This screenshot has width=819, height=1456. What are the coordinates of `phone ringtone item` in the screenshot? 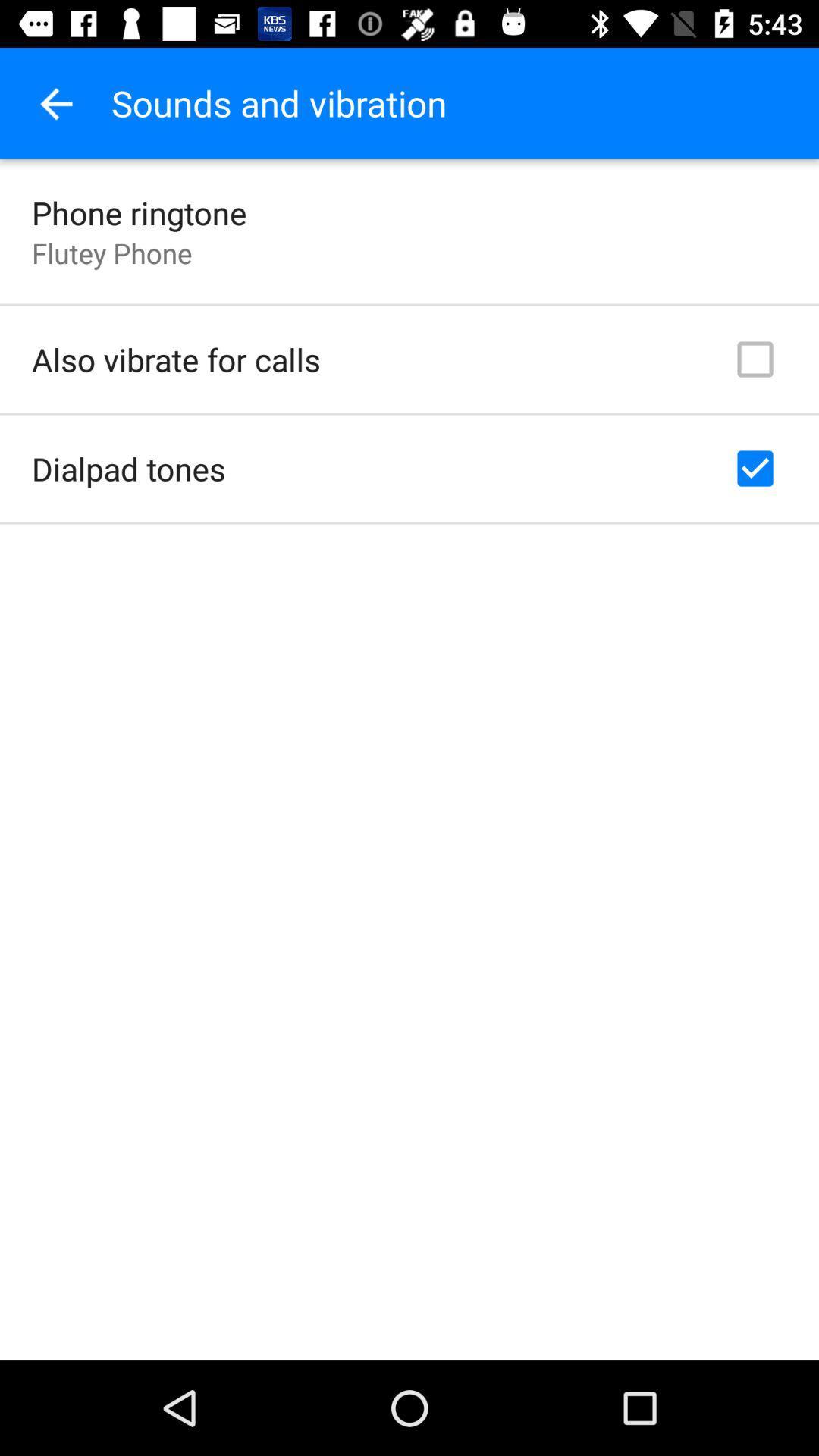 It's located at (139, 212).